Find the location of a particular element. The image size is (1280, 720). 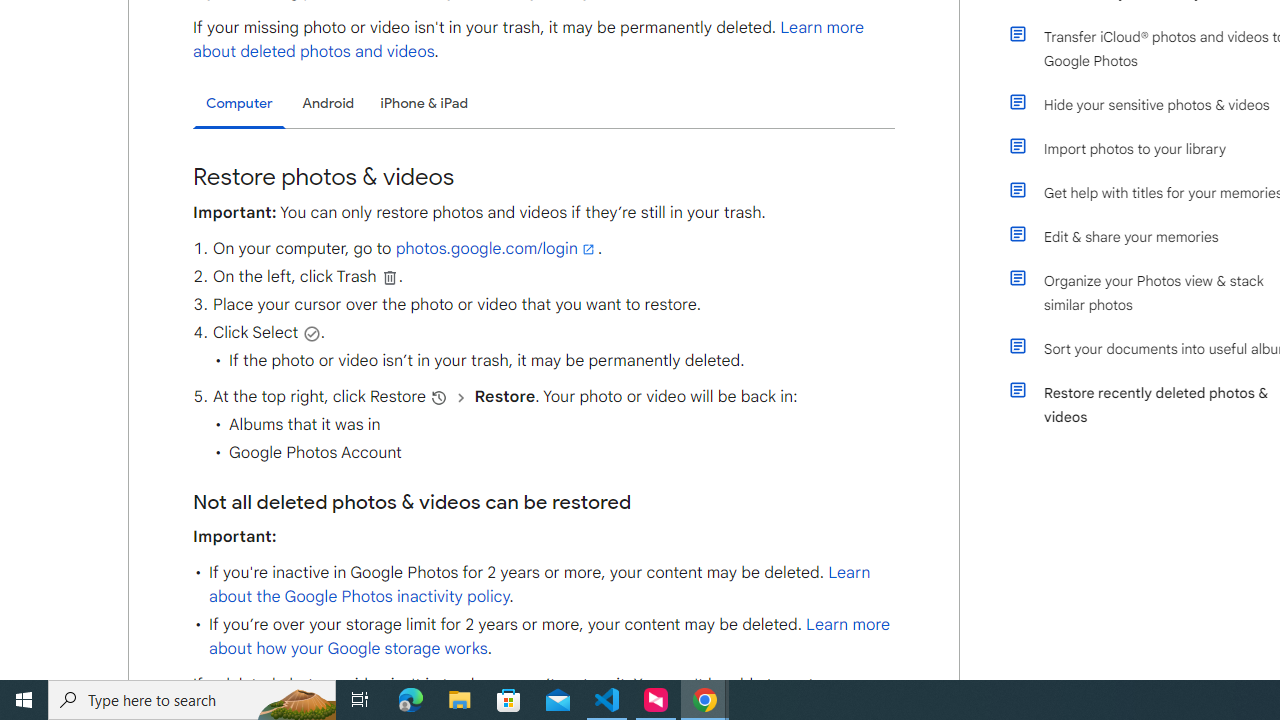

'Computer' is located at coordinates (239, 104).